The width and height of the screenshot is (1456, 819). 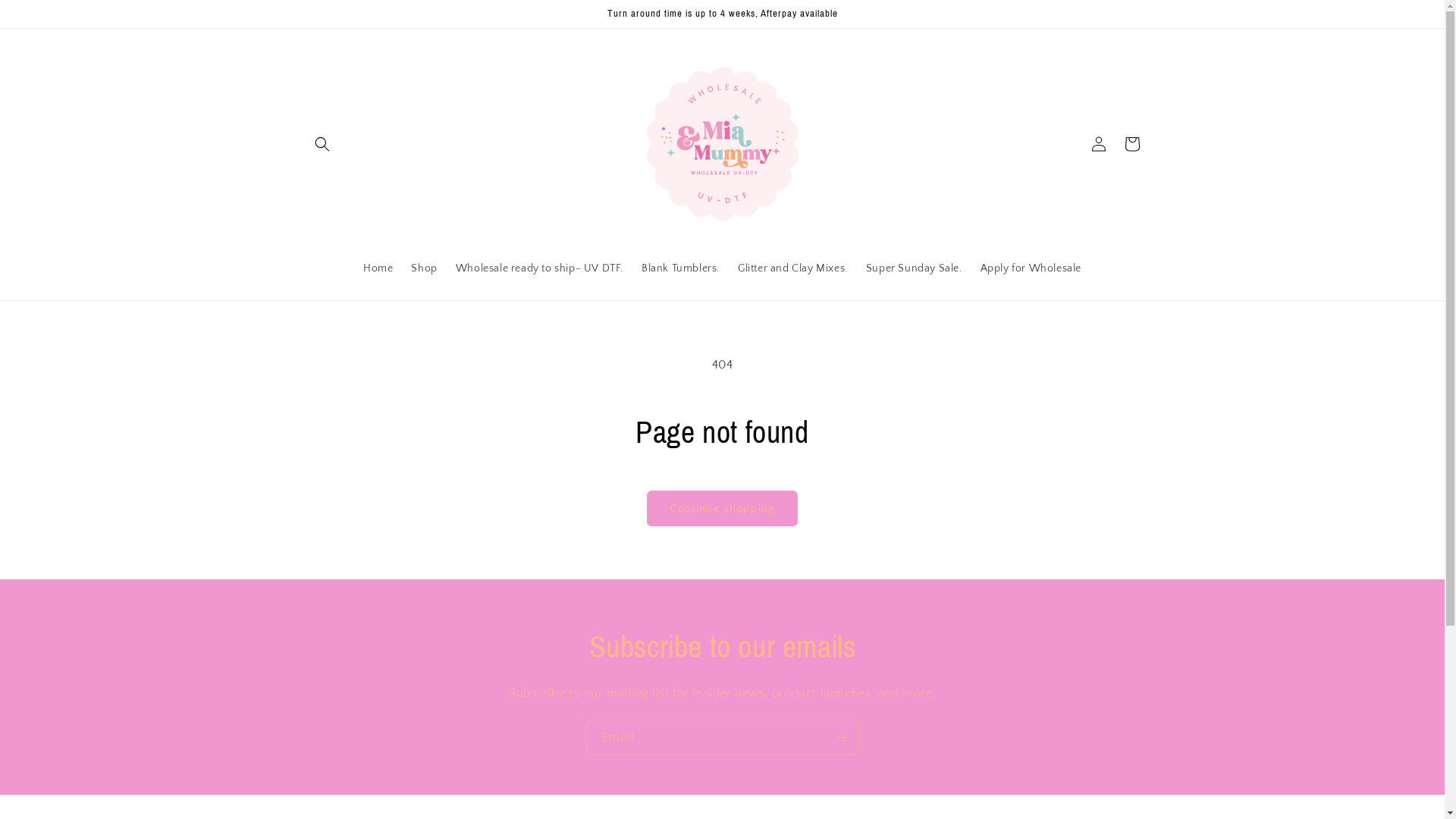 What do you see at coordinates (423, 268) in the screenshot?
I see `'Shop'` at bounding box center [423, 268].